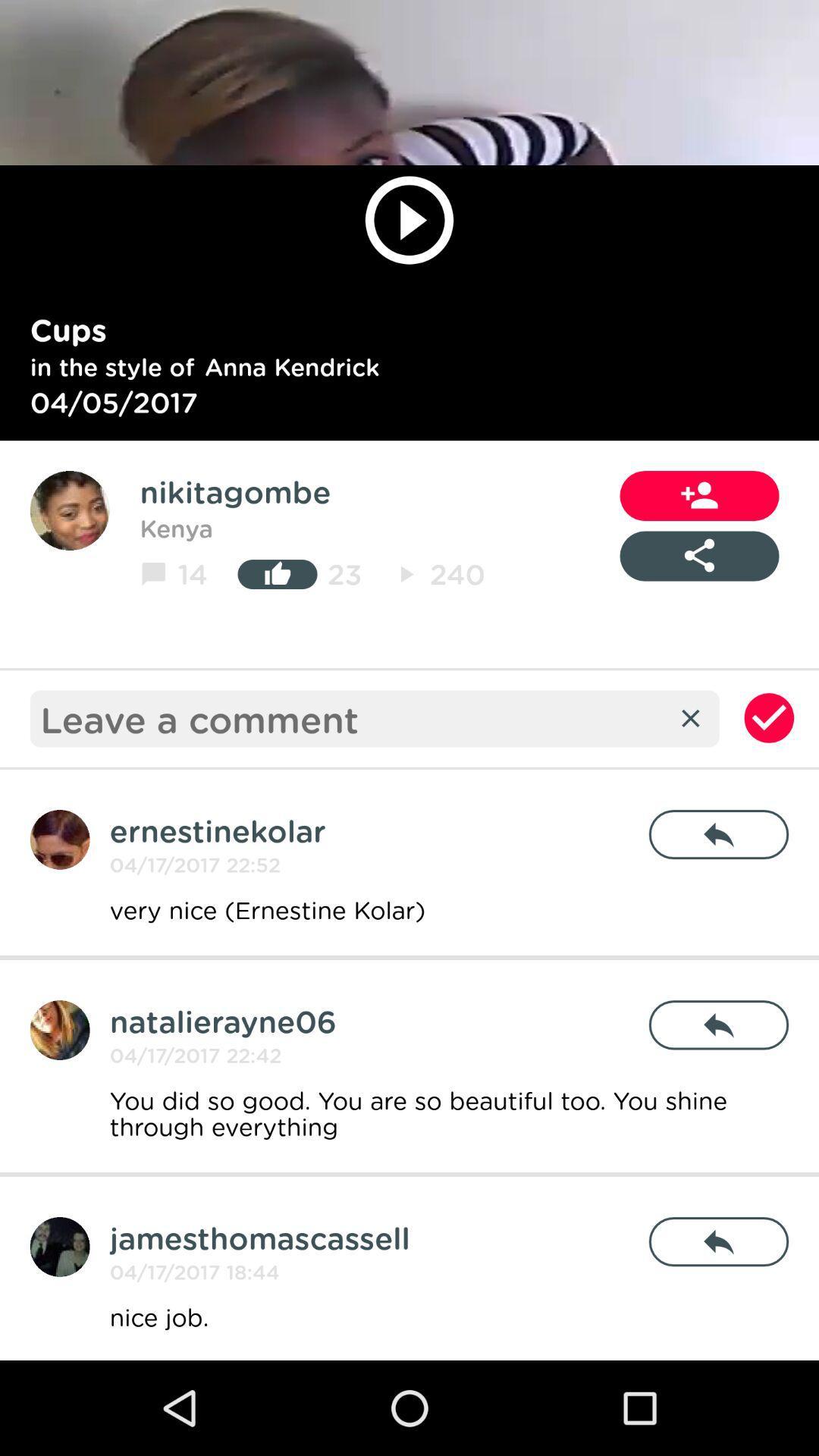  What do you see at coordinates (259, 1238) in the screenshot?
I see `the jamesthomascassell icon` at bounding box center [259, 1238].